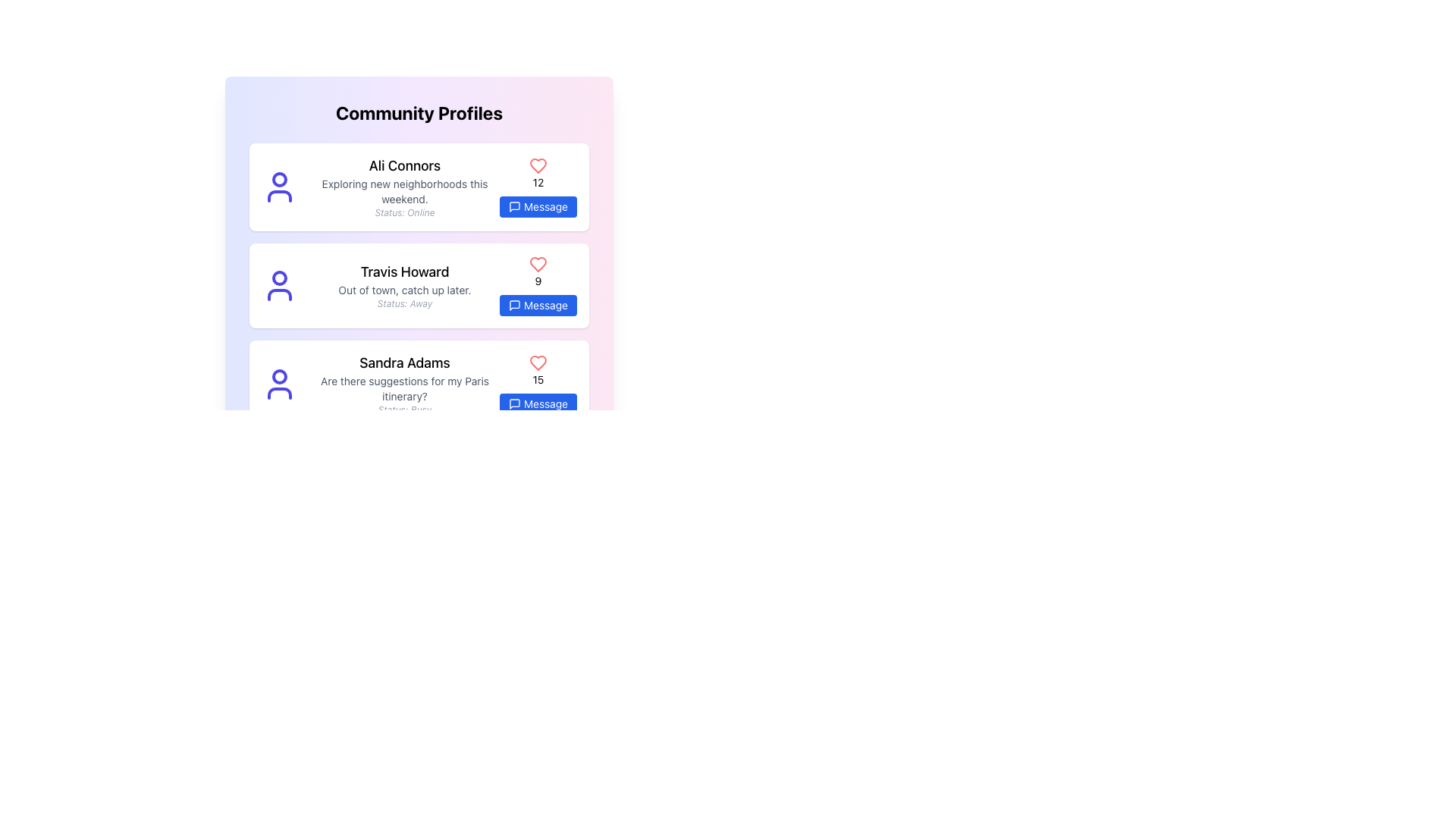 This screenshot has width=1456, height=819. I want to click on the Static Text element displaying the number '15', which is located below the red heart icon in the user profile summary, so click(538, 379).